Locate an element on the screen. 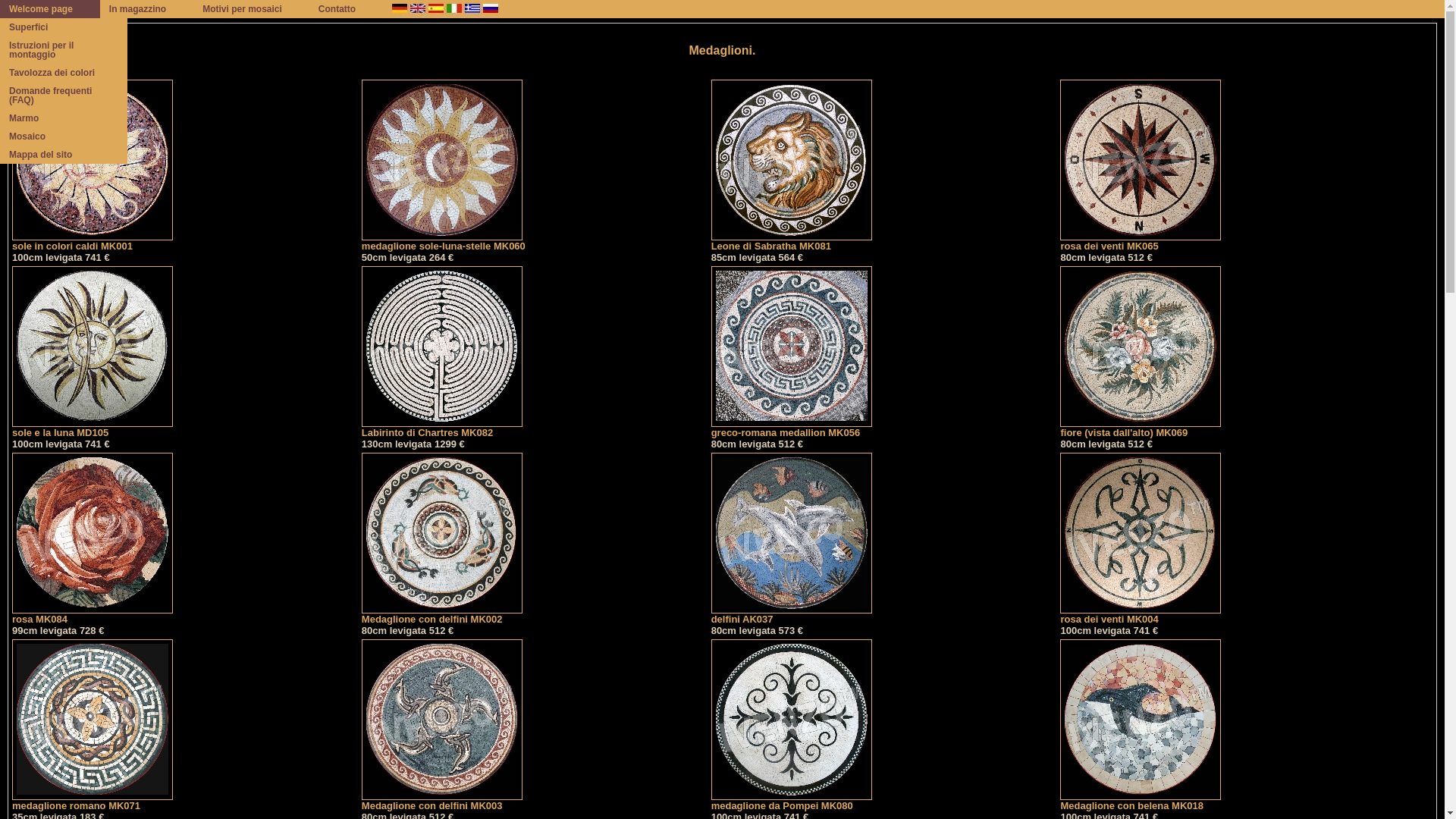 The height and width of the screenshot is (819, 1456). 'Leone di Sabratha MK081' is located at coordinates (790, 240).